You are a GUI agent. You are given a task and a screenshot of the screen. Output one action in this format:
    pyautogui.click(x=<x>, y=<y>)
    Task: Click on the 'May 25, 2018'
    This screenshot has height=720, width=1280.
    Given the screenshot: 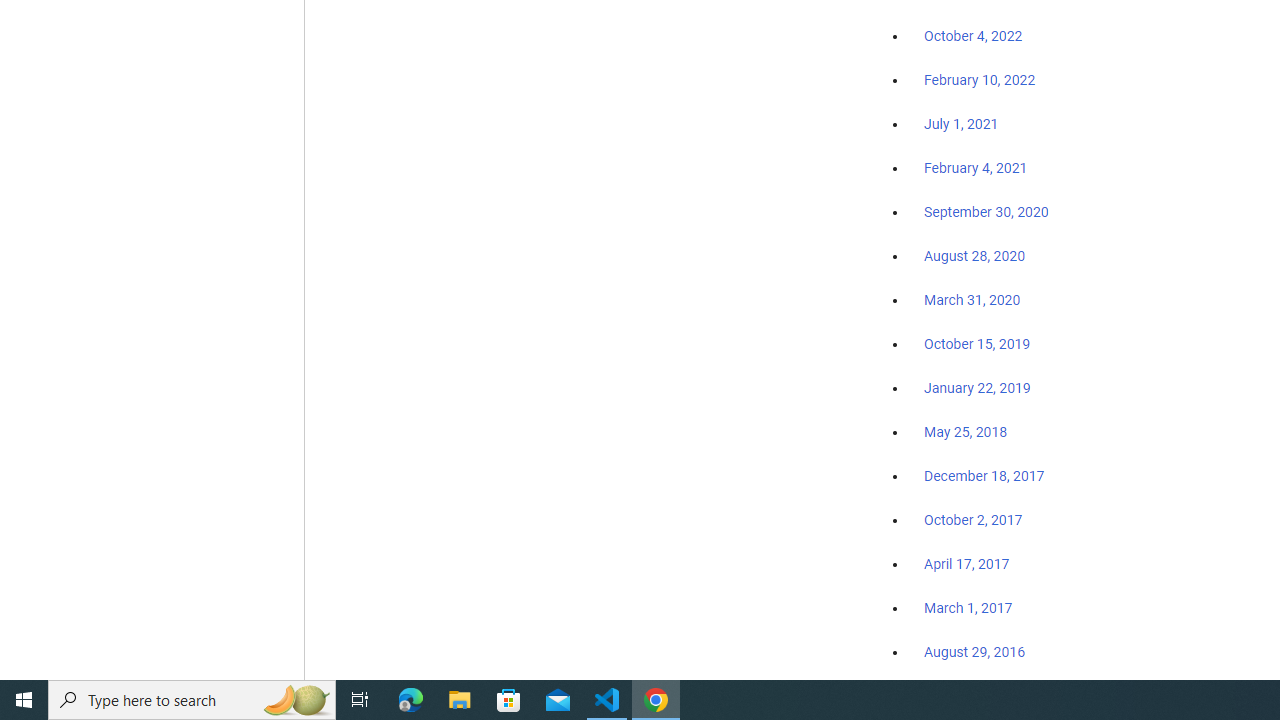 What is the action you would take?
    pyautogui.click(x=966, y=431)
    